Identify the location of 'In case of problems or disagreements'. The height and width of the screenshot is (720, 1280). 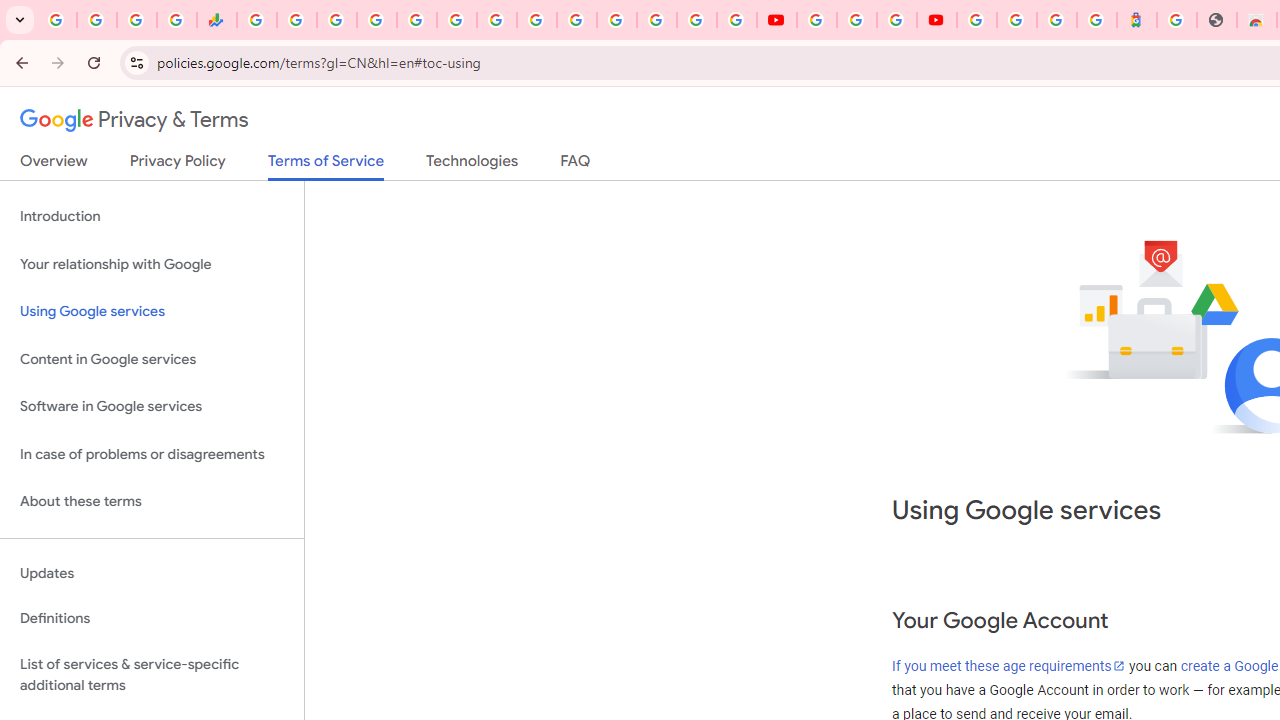
(151, 454).